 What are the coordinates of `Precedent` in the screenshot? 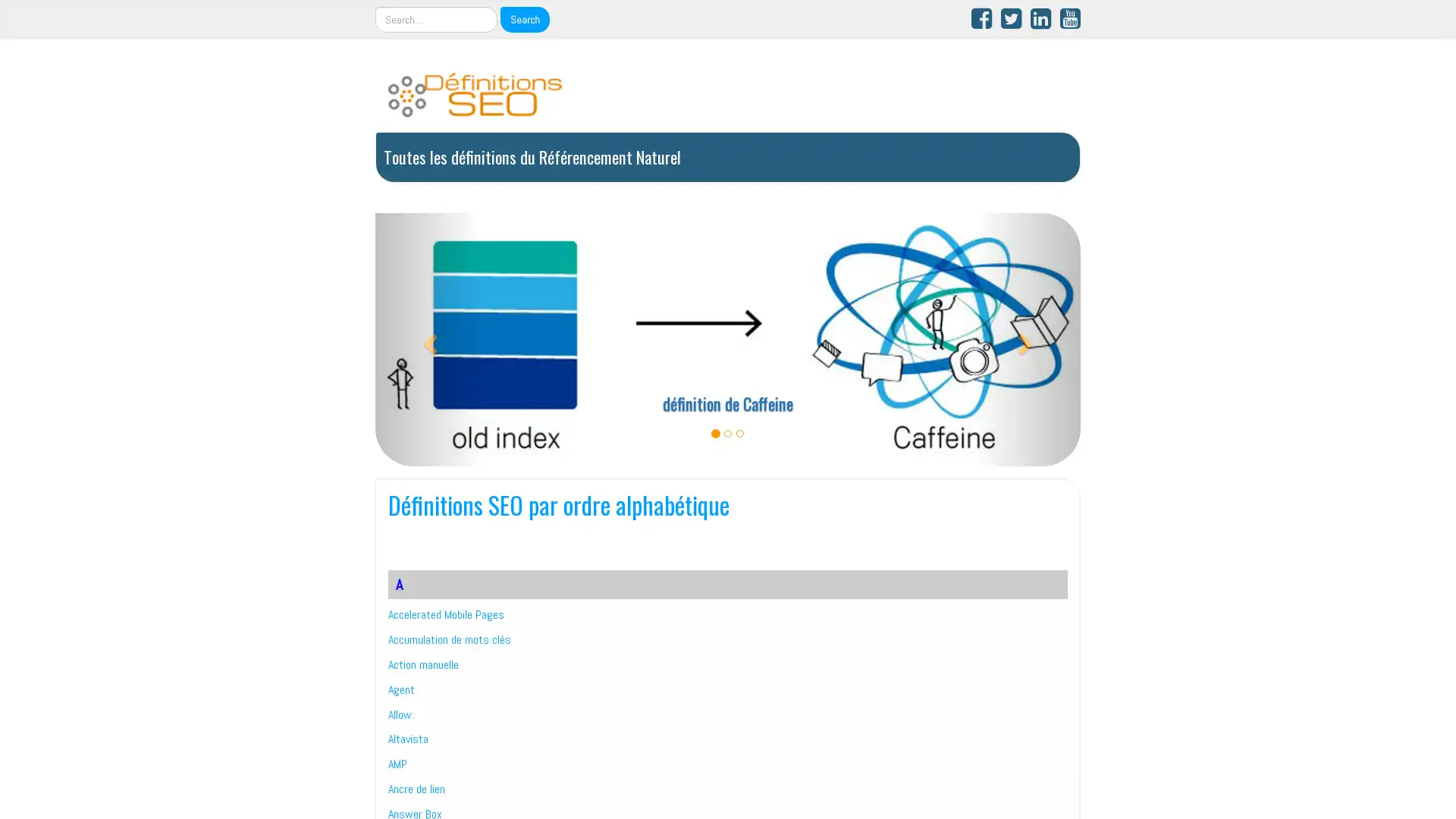 It's located at (427, 338).